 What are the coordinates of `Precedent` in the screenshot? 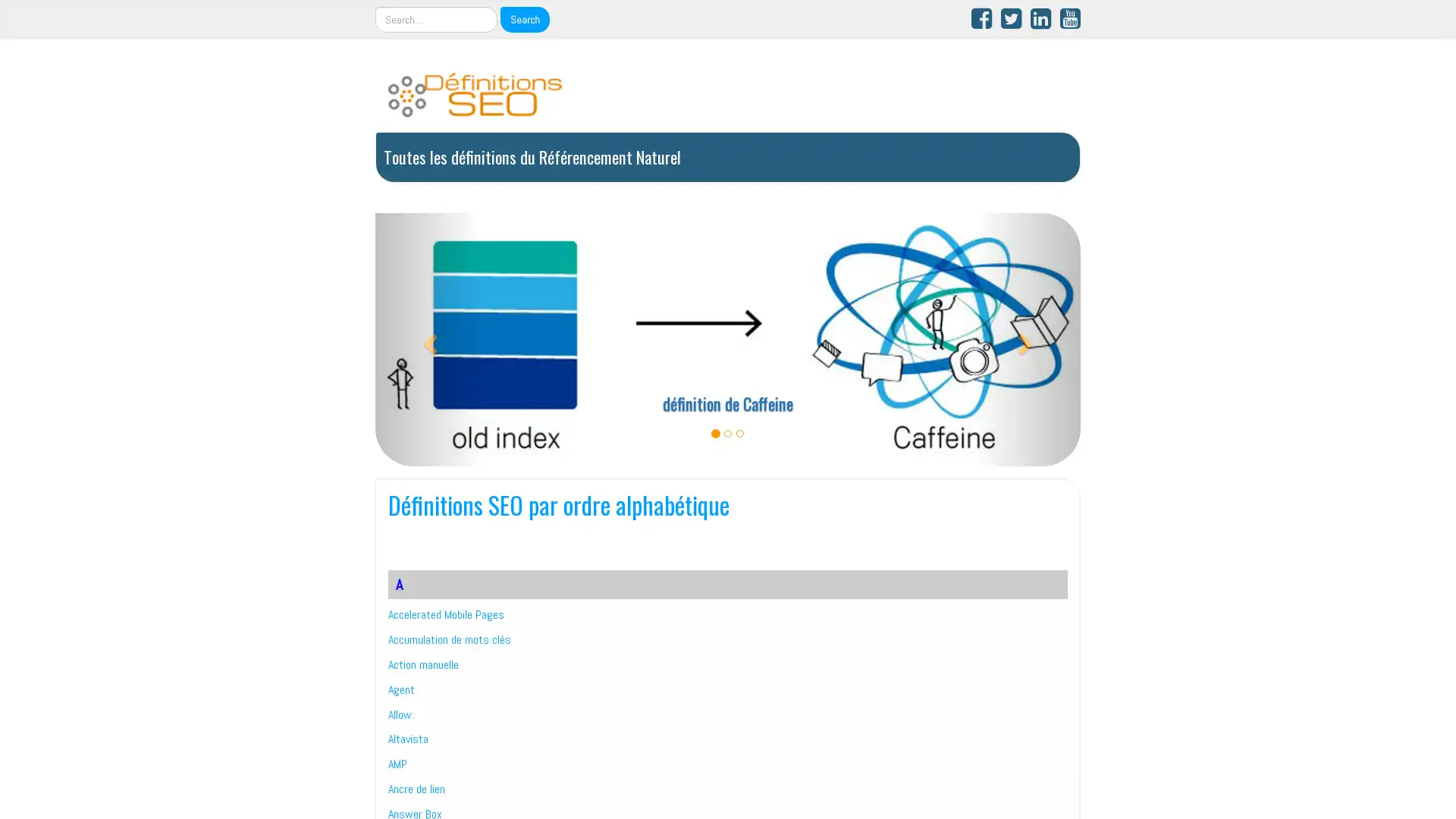 It's located at (427, 338).